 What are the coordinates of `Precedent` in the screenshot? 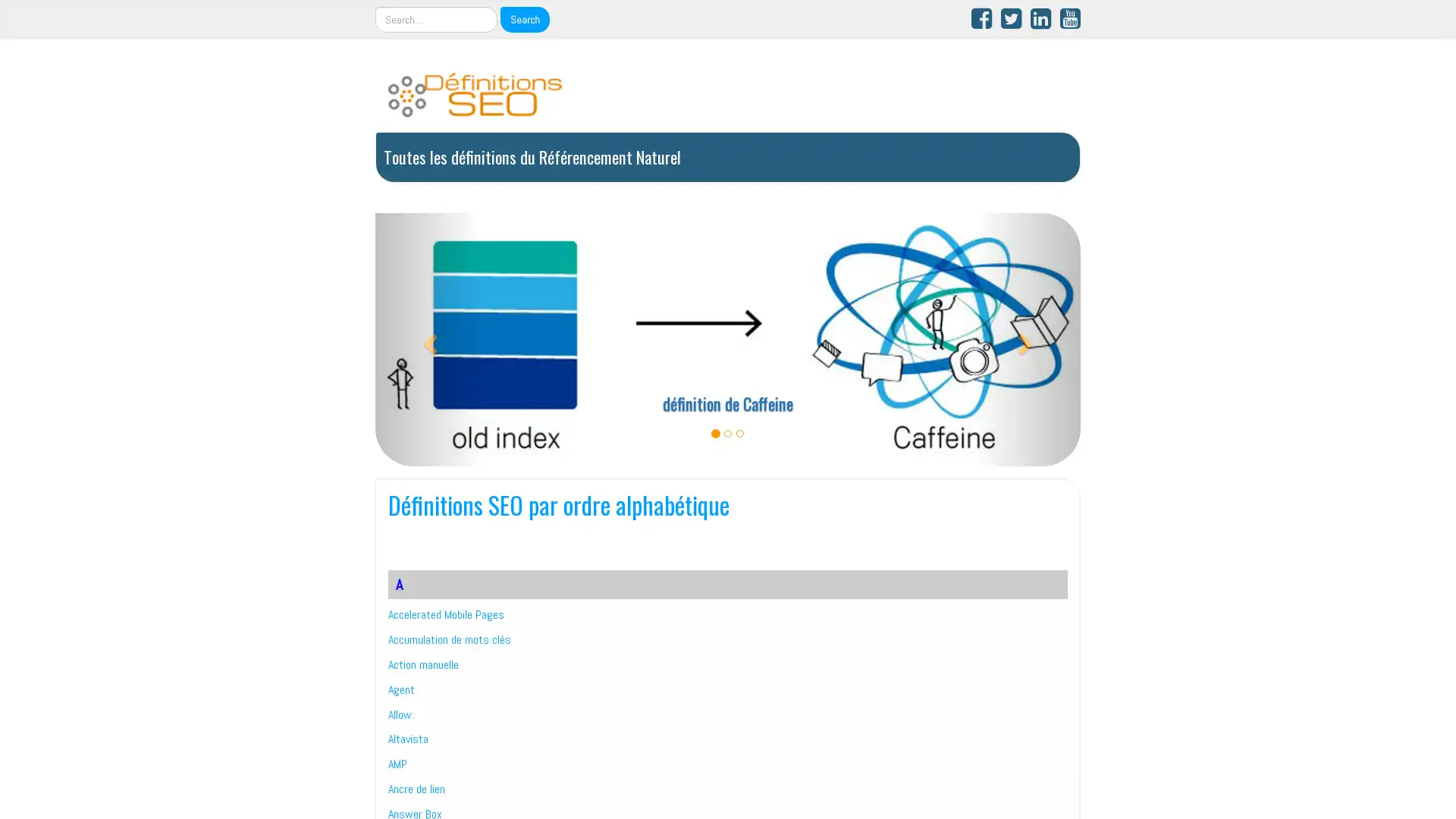 It's located at (427, 338).